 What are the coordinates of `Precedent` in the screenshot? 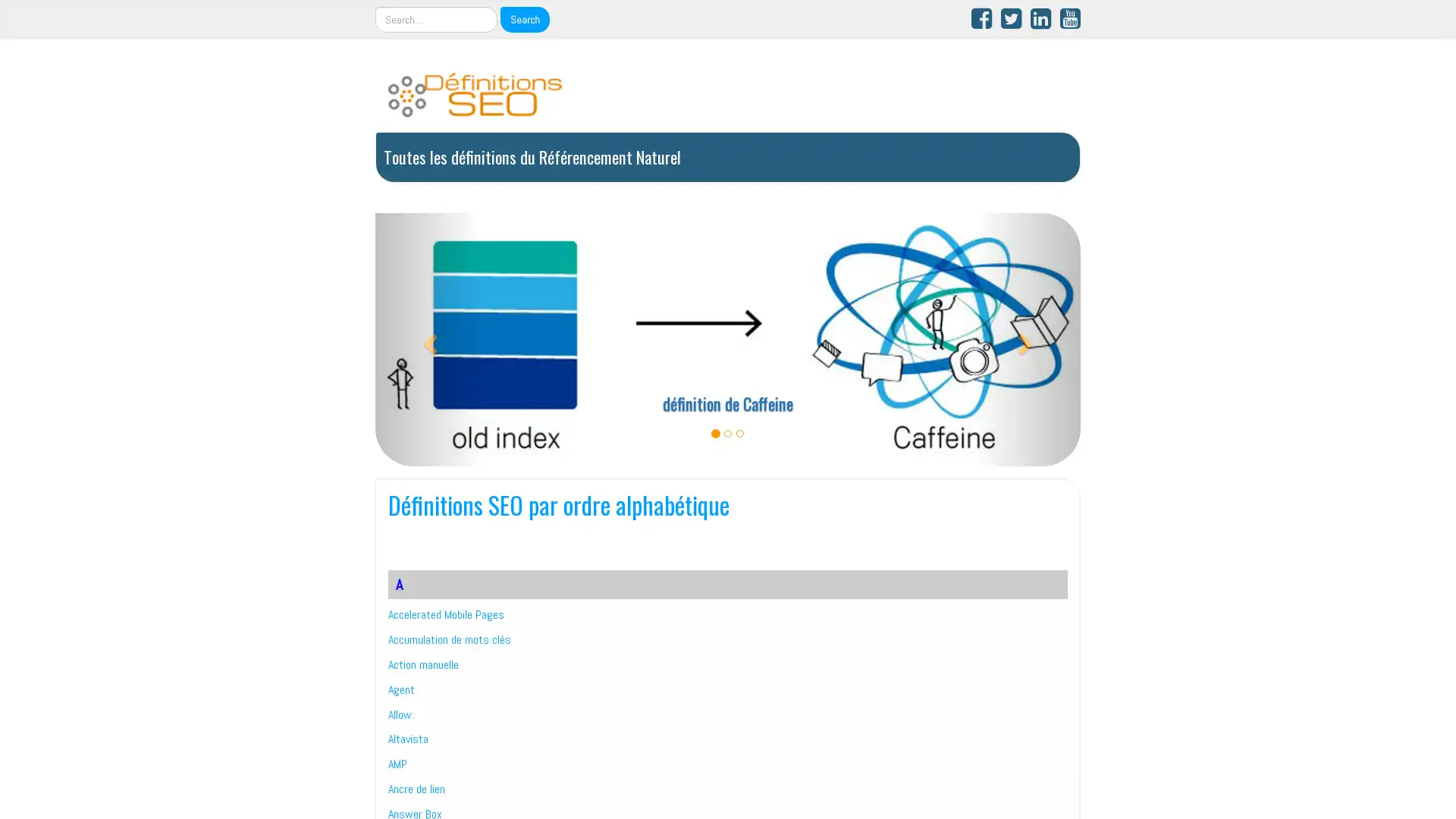 It's located at (427, 338).